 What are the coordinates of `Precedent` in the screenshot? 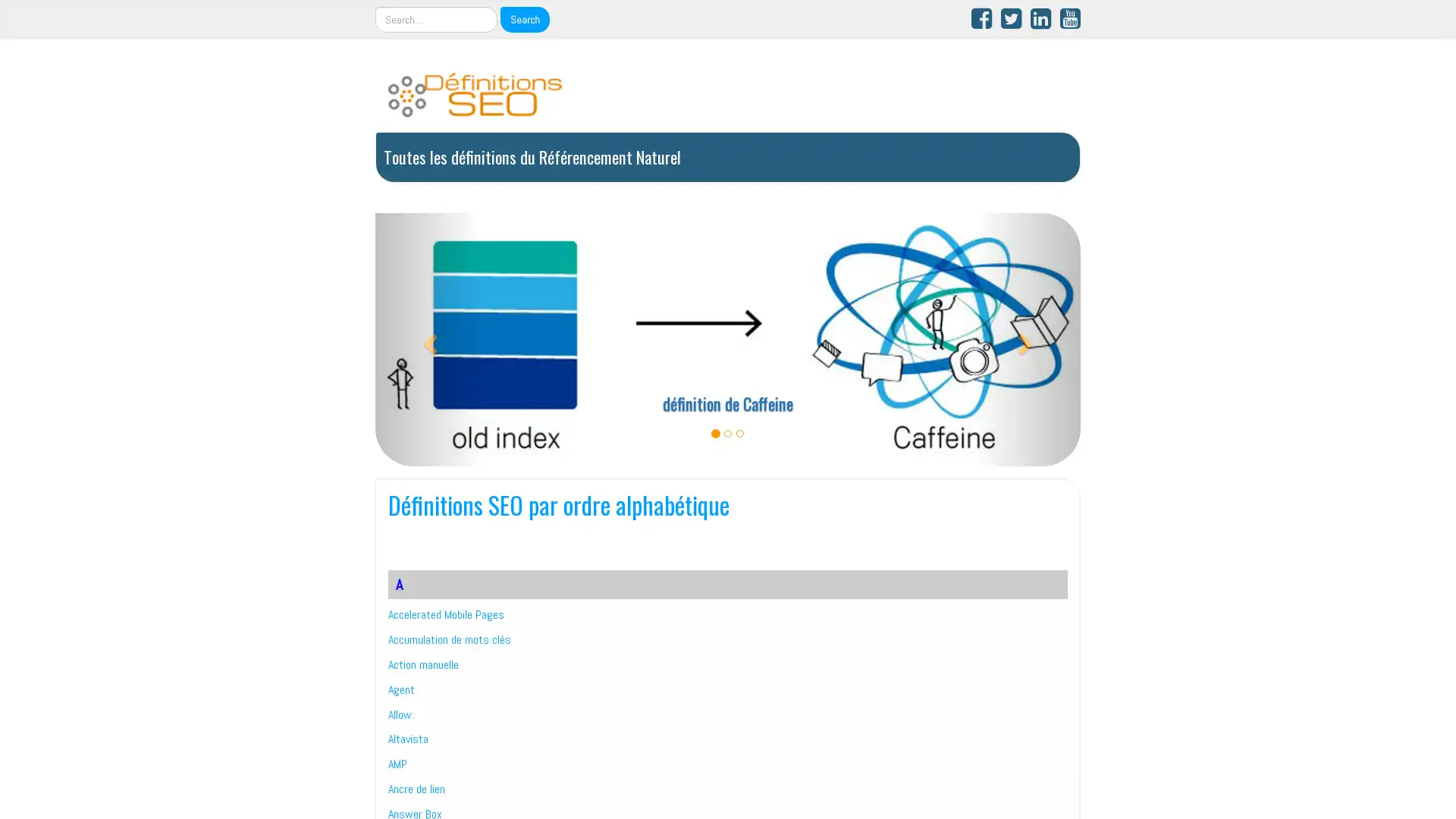 It's located at (427, 338).